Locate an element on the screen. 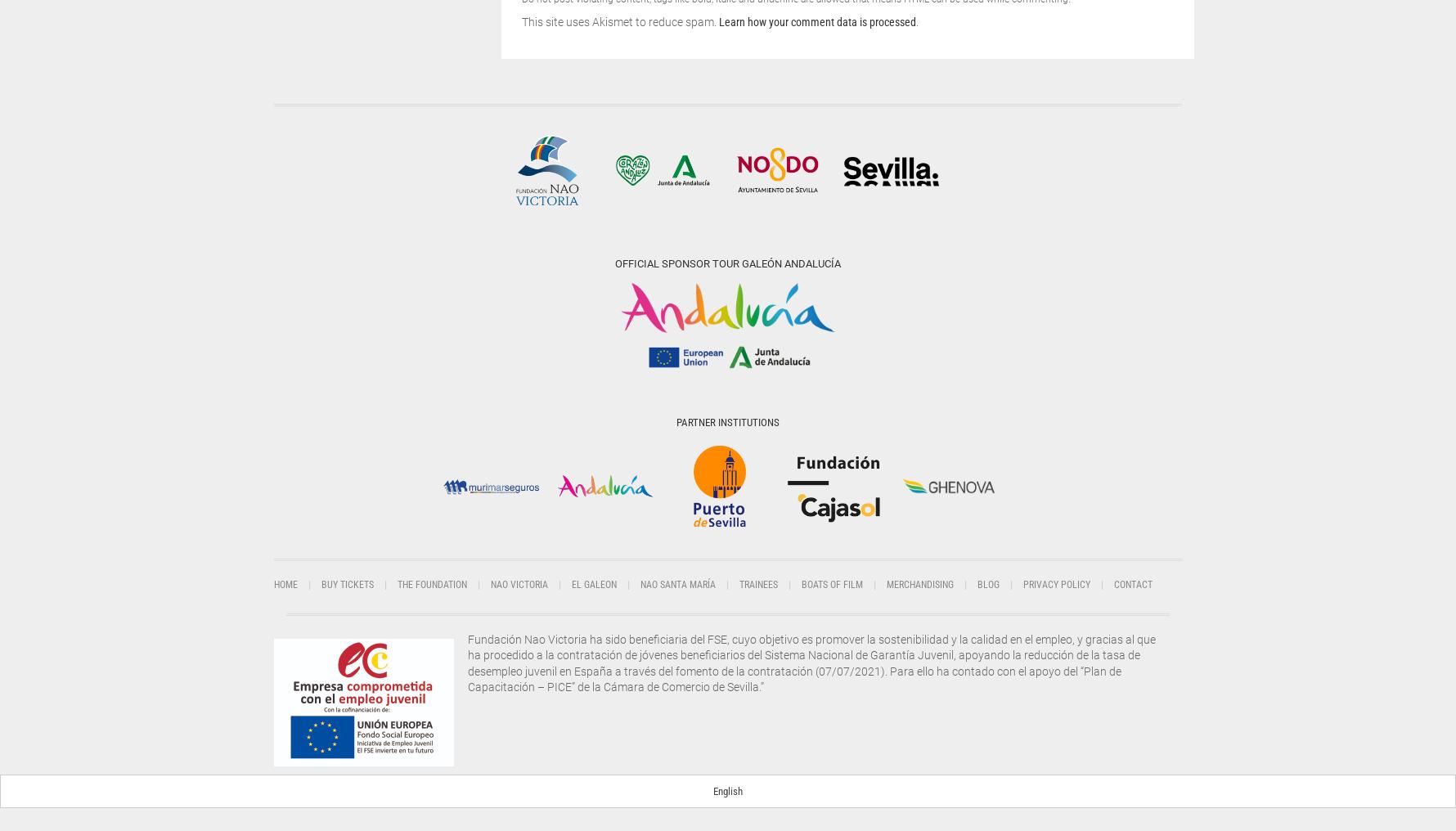 The width and height of the screenshot is (1456, 831). 'Contact' is located at coordinates (1133, 584).